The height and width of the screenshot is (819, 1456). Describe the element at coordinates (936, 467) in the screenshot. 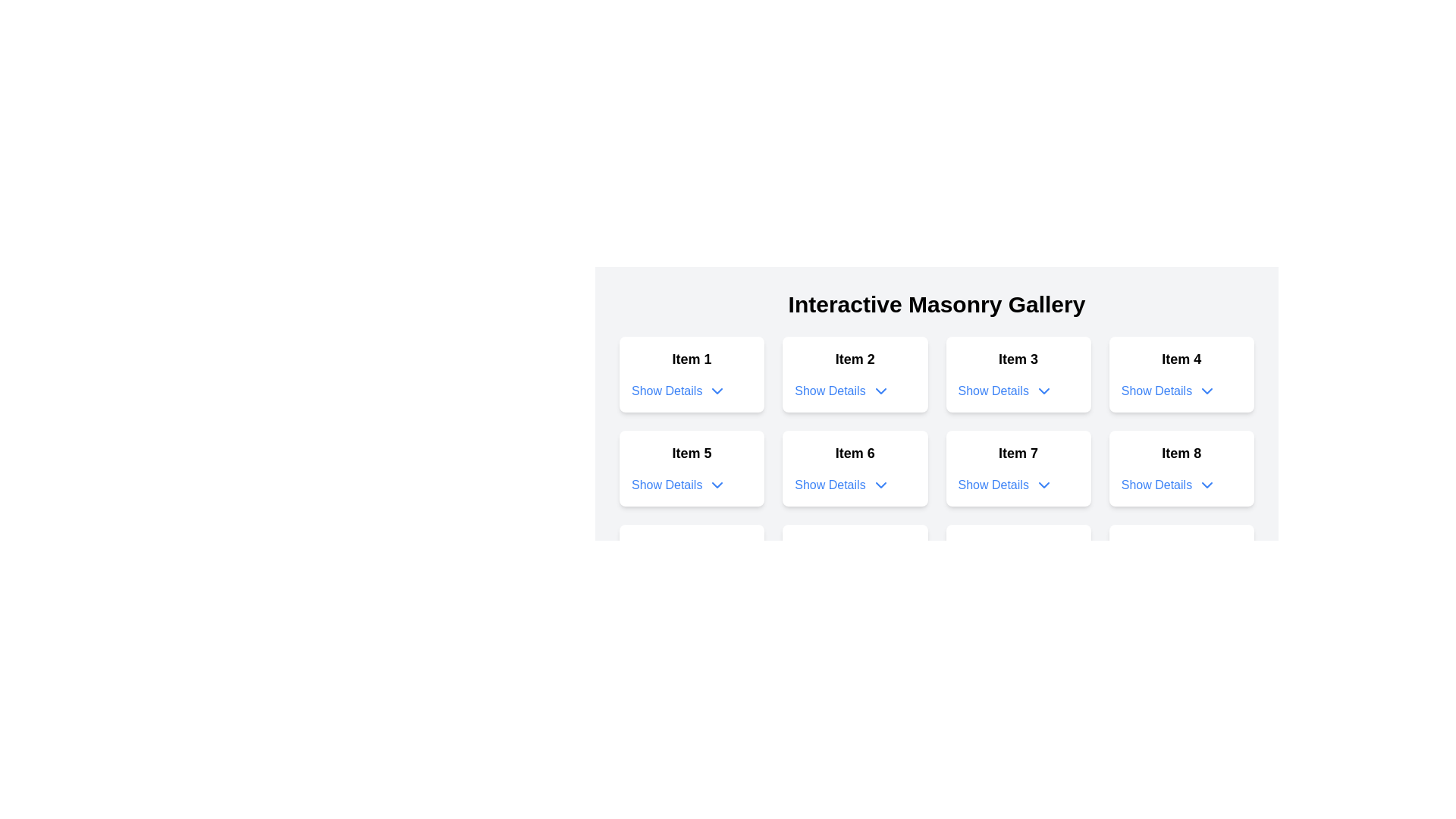

I see `the 'Show Details' link of the grid item titled 'Item 6' located in the third row and second column of the interactive masonry gallery` at that location.